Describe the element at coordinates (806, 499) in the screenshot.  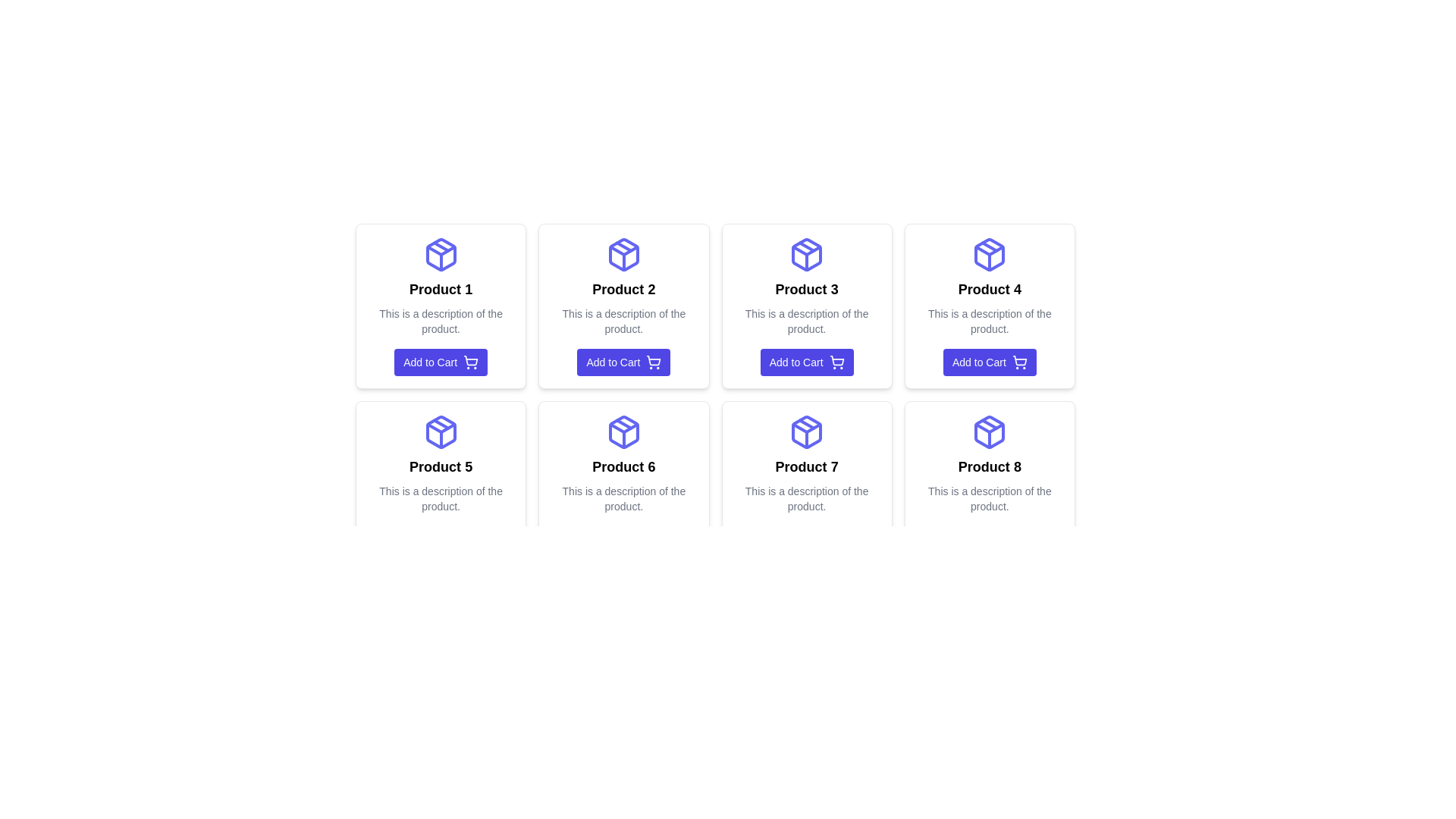
I see `the product description text for 'Product 7', which is located below the title and above the 'Add to Cart' button in the card layout` at that location.